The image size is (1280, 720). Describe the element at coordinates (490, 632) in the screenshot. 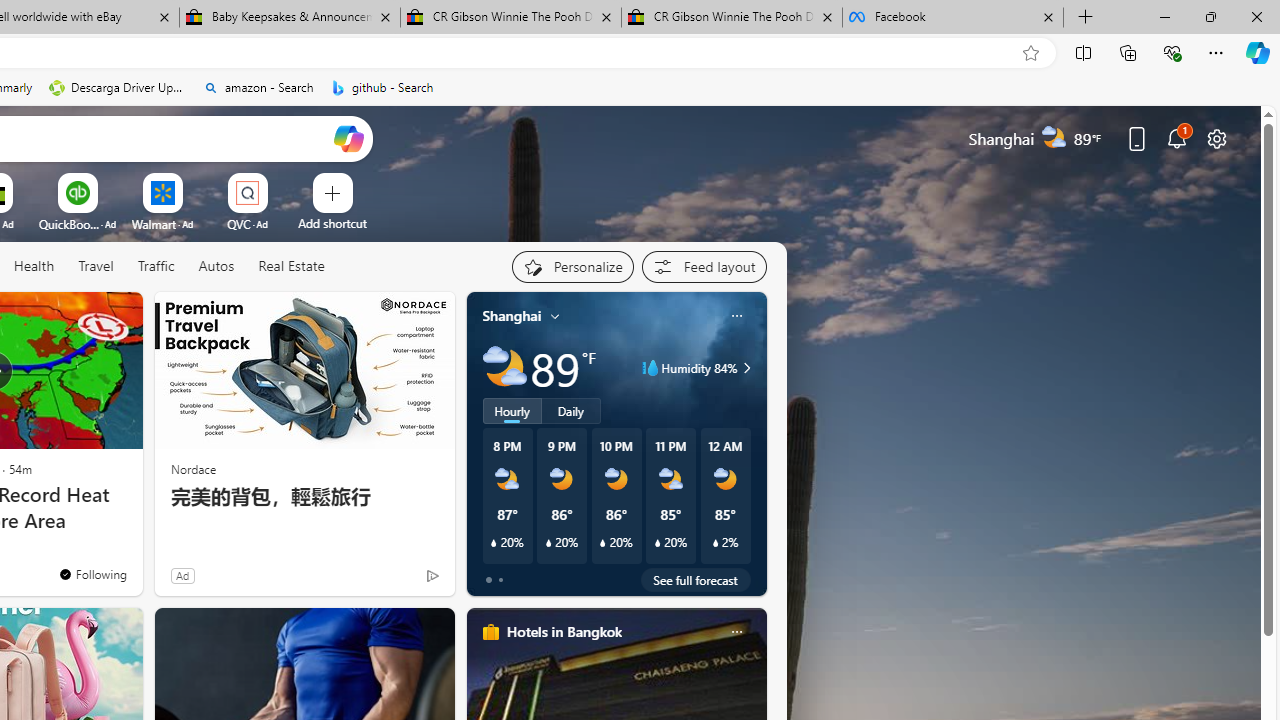

I see `'hotels-header-icon'` at that location.